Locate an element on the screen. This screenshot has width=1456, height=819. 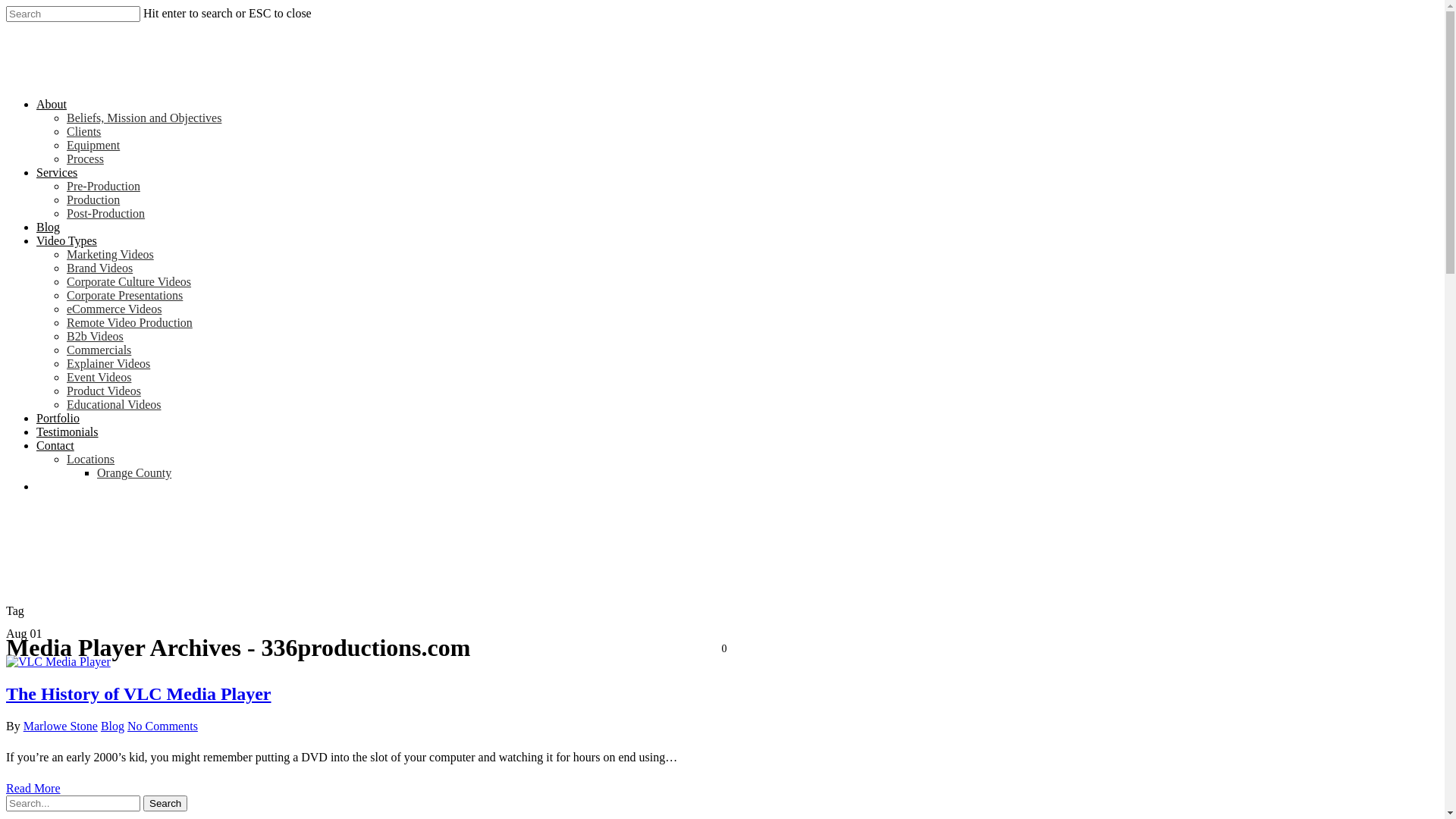
'Clients' is located at coordinates (83, 130).